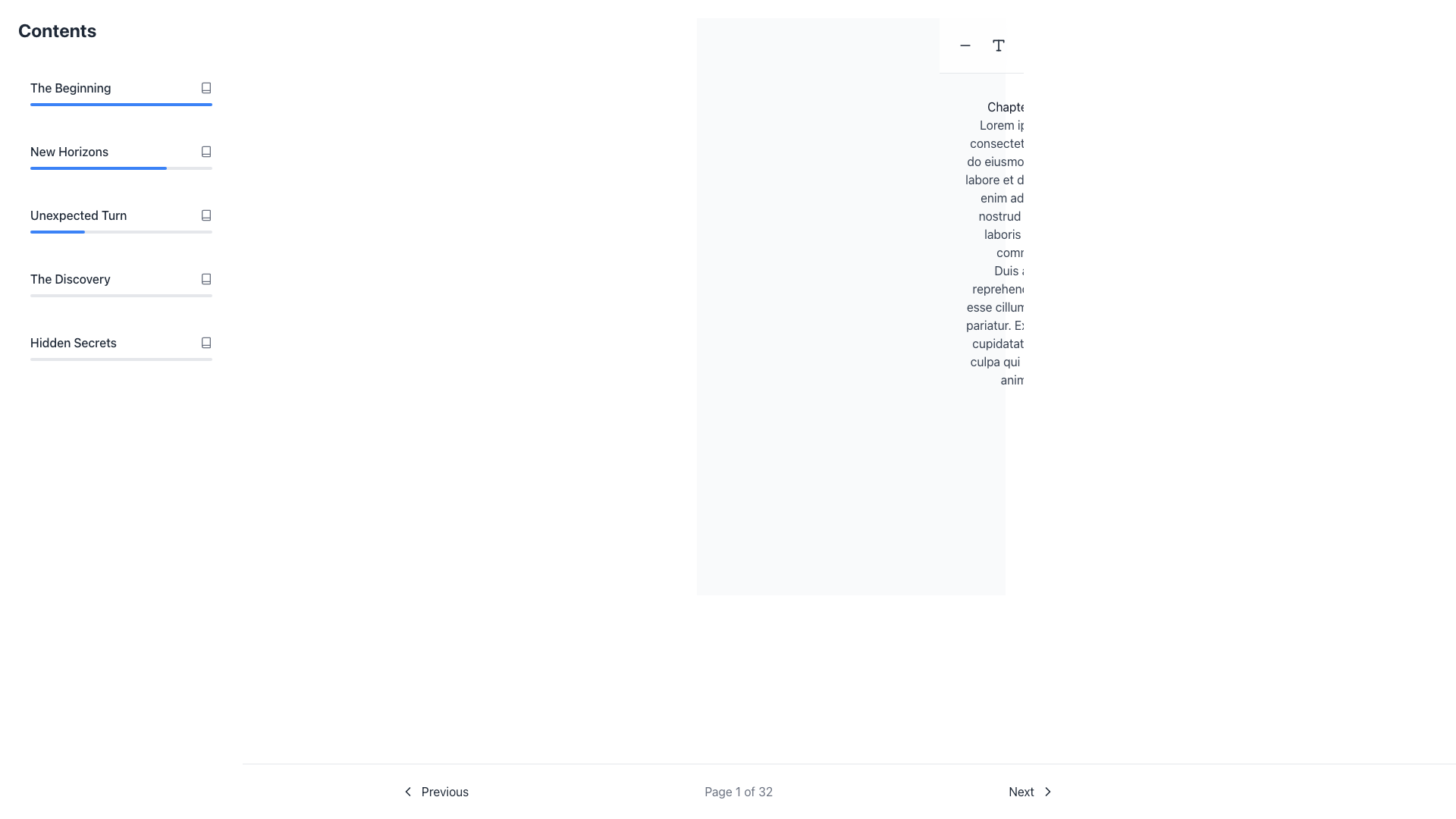 Image resolution: width=1456 pixels, height=819 pixels. I want to click on the icon element resembling a book, which is located immediately to the right of the text labeled 'The Beginning' in the content section, so click(206, 87).